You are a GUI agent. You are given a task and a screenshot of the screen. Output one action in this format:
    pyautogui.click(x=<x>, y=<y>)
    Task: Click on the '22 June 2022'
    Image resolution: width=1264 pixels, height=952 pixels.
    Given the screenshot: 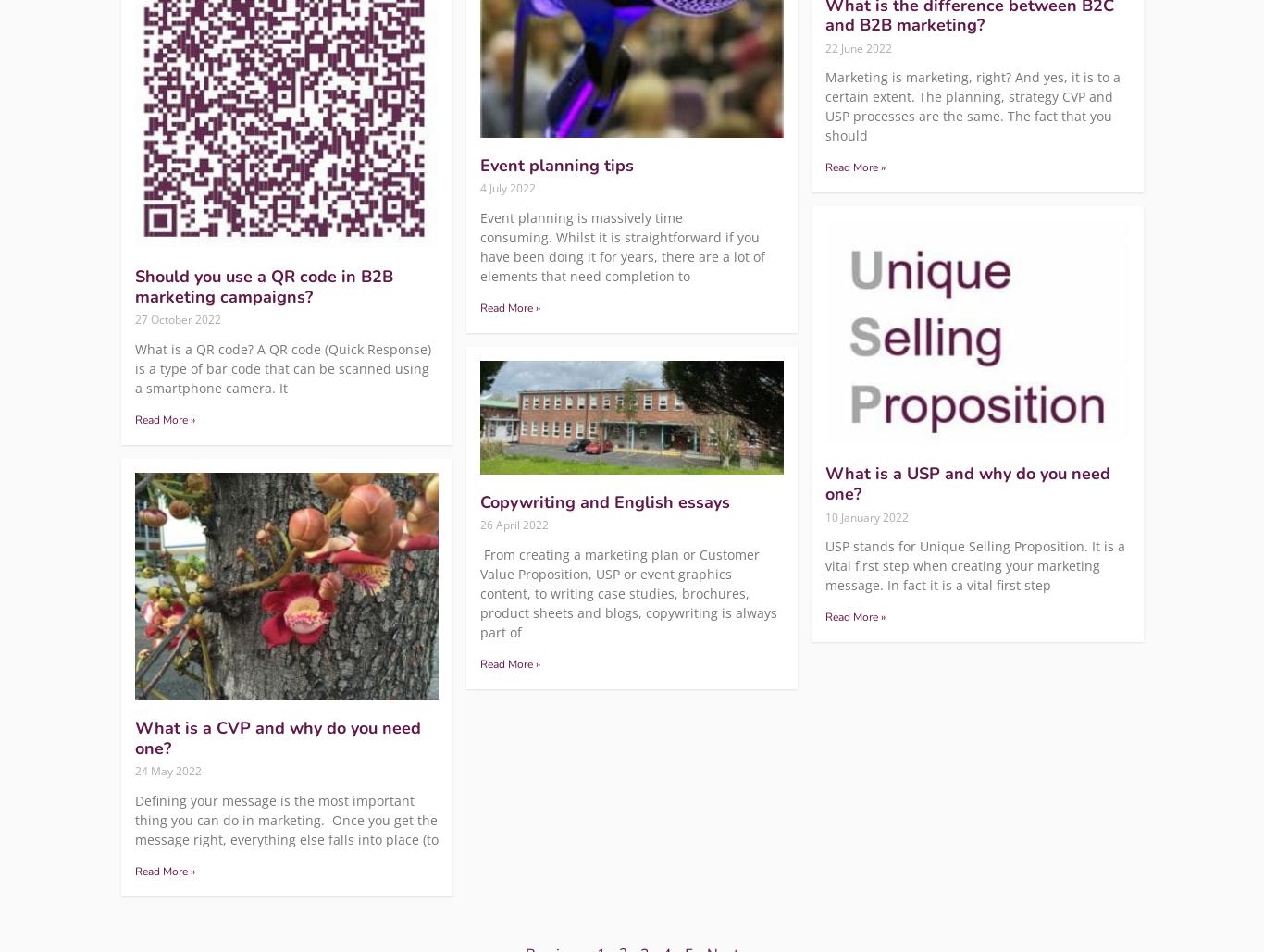 What is the action you would take?
    pyautogui.click(x=859, y=47)
    